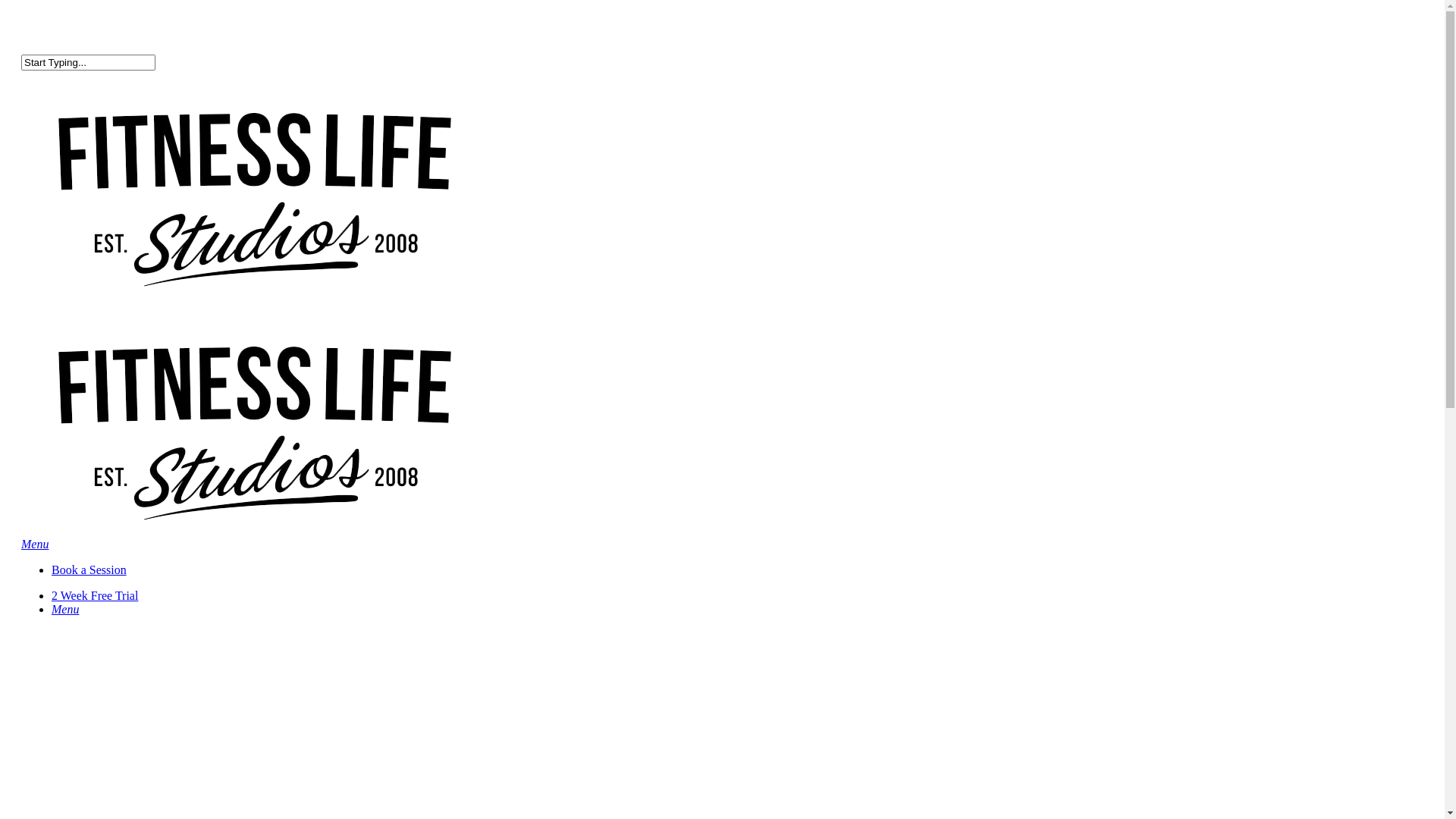 This screenshot has height=819, width=1456. What do you see at coordinates (88, 570) in the screenshot?
I see `'Book a Session'` at bounding box center [88, 570].